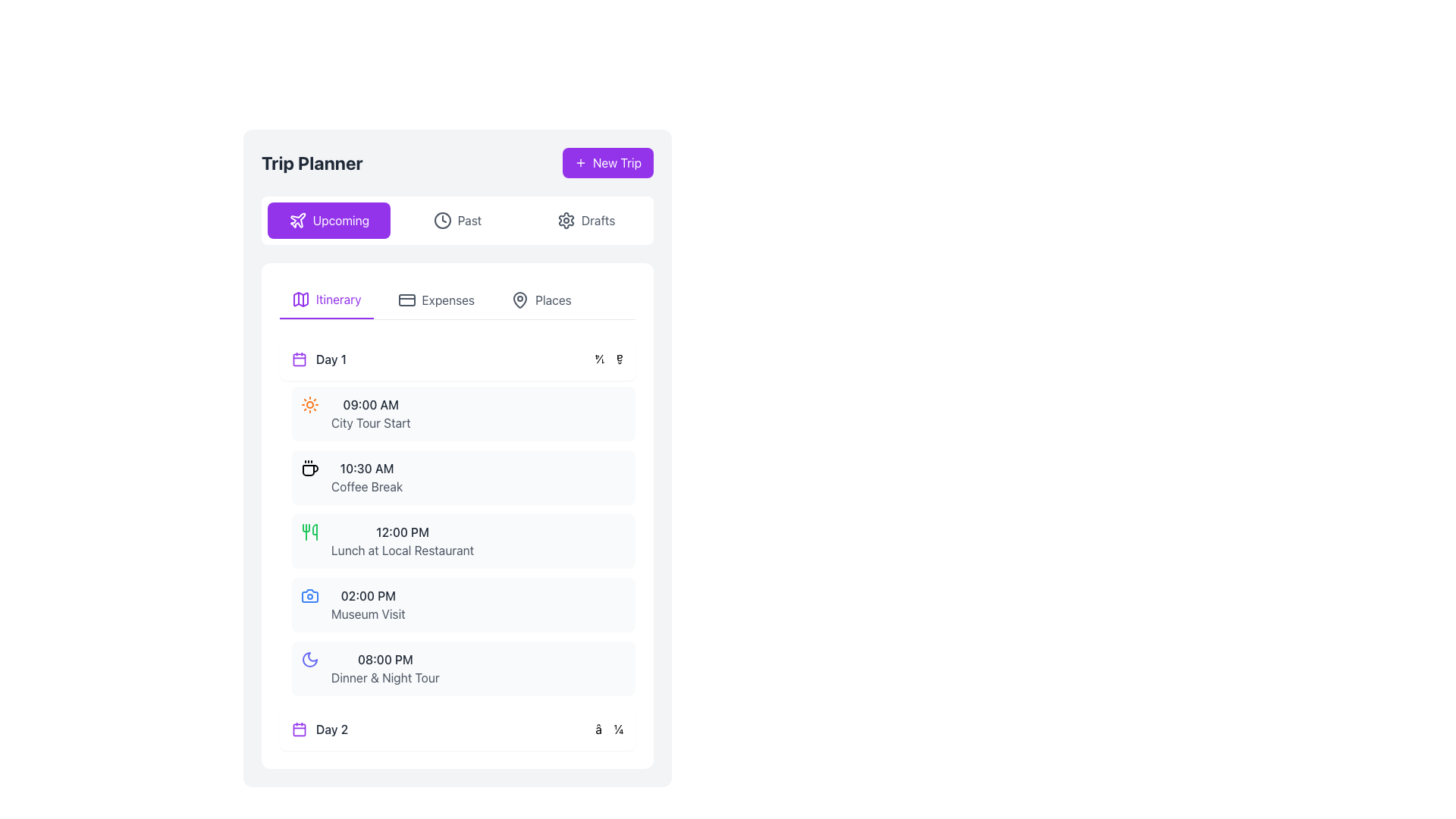 This screenshot has height=819, width=1456. Describe the element at coordinates (297, 220) in the screenshot. I see `the plane-shaped vector icon within the 'Upcoming' button, which is depicted with a simplistic outline on a purple background` at that location.